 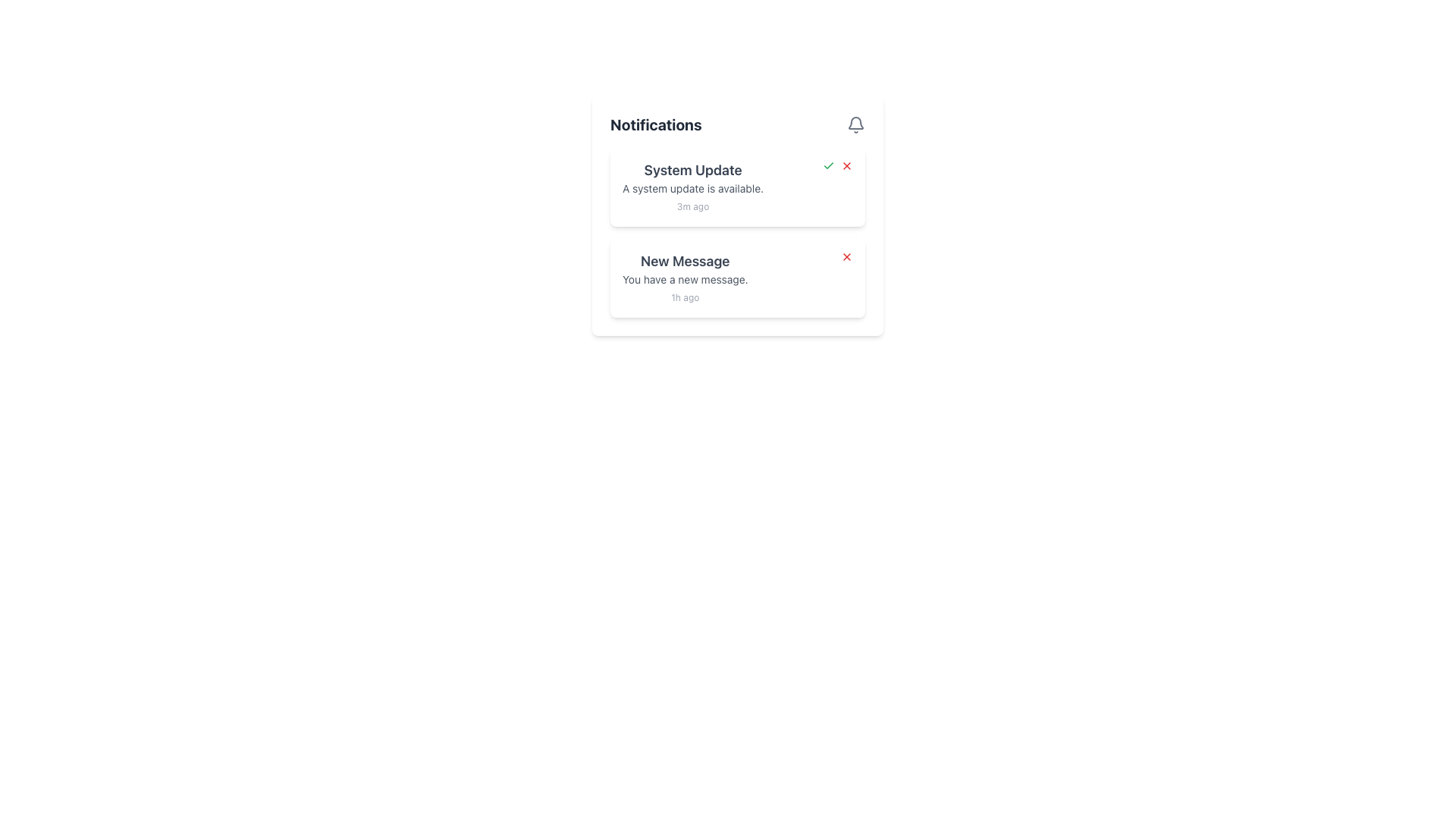 What do you see at coordinates (692, 206) in the screenshot?
I see `time information from the text label located below the notification's title and message, specifically under the text 'A system update is available.'` at bounding box center [692, 206].